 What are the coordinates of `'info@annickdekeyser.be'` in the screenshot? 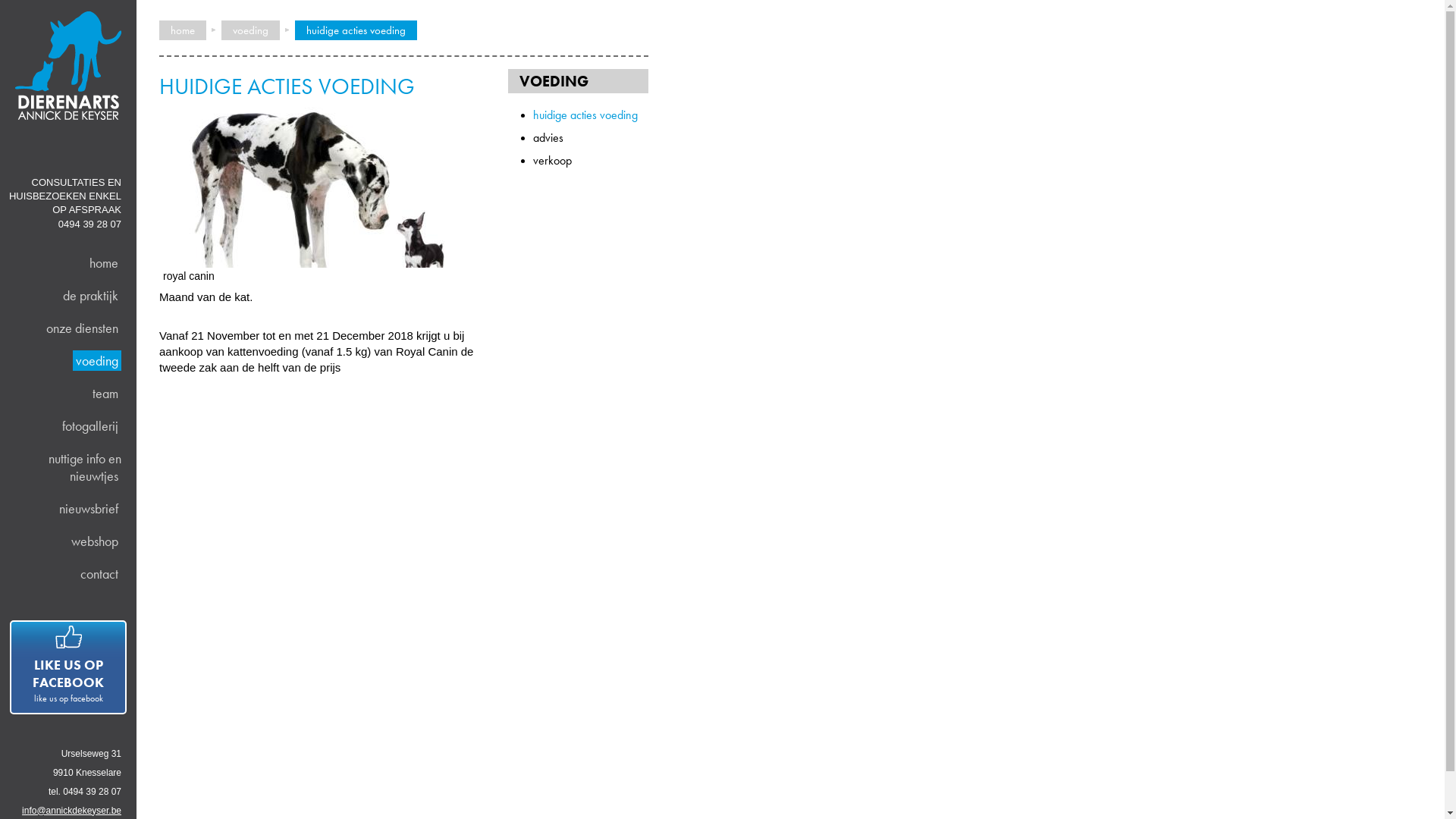 It's located at (71, 809).